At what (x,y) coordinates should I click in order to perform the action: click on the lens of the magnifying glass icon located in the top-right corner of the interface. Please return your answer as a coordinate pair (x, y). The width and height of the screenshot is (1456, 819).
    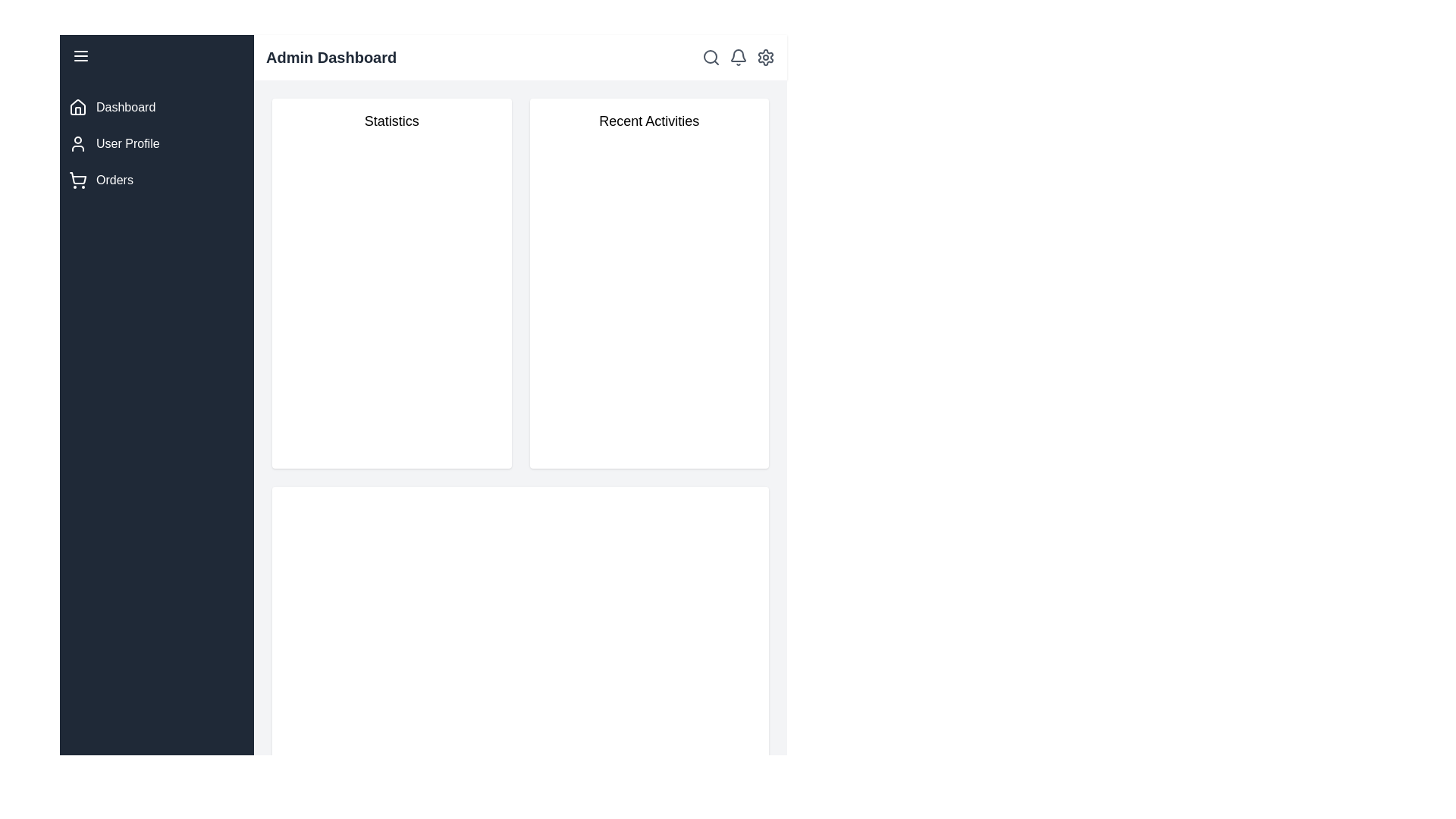
    Looking at the image, I should click on (709, 55).